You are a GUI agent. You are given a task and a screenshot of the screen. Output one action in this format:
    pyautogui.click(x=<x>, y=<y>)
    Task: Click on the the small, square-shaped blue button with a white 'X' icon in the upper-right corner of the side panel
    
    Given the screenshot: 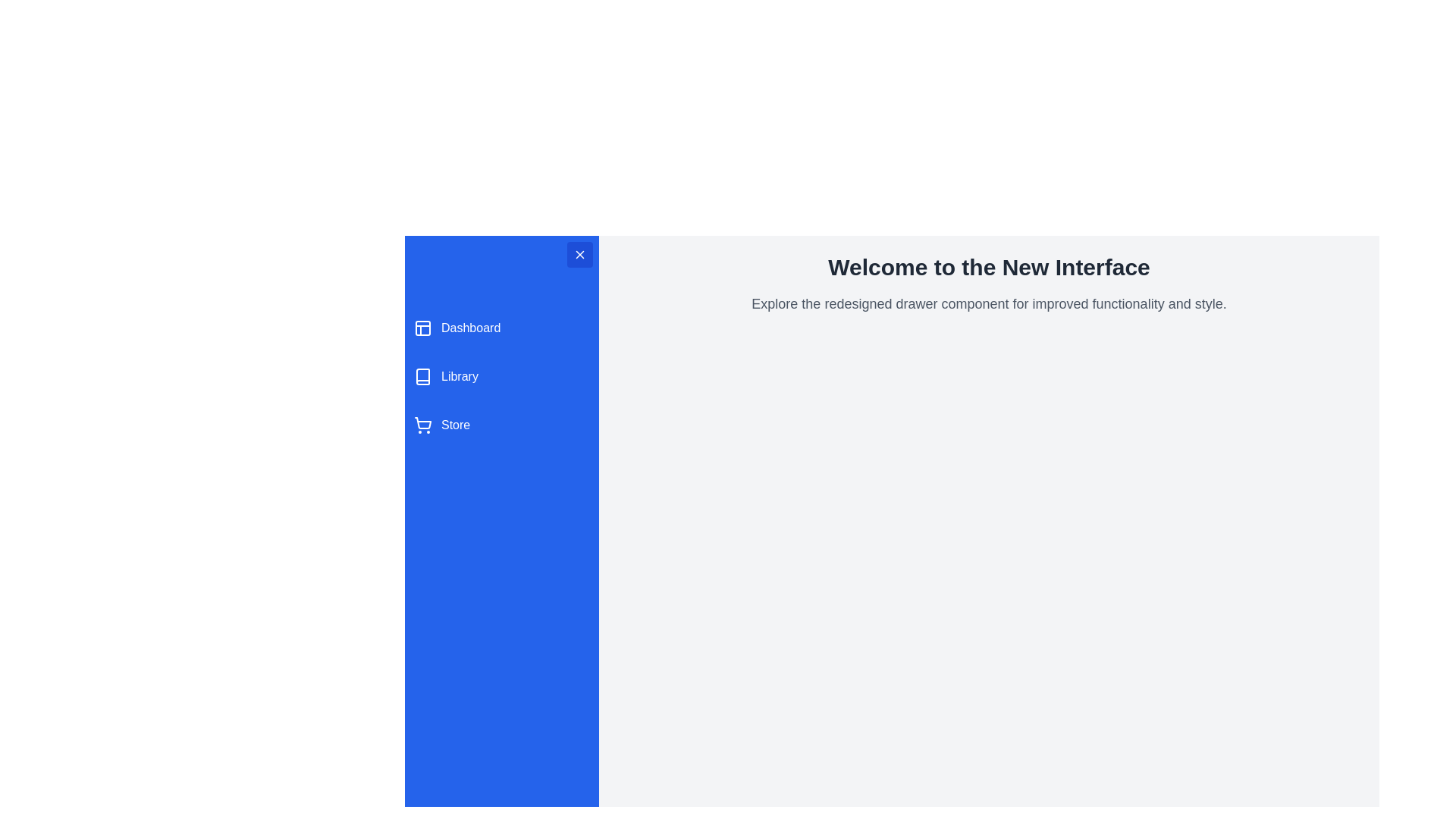 What is the action you would take?
    pyautogui.click(x=579, y=253)
    